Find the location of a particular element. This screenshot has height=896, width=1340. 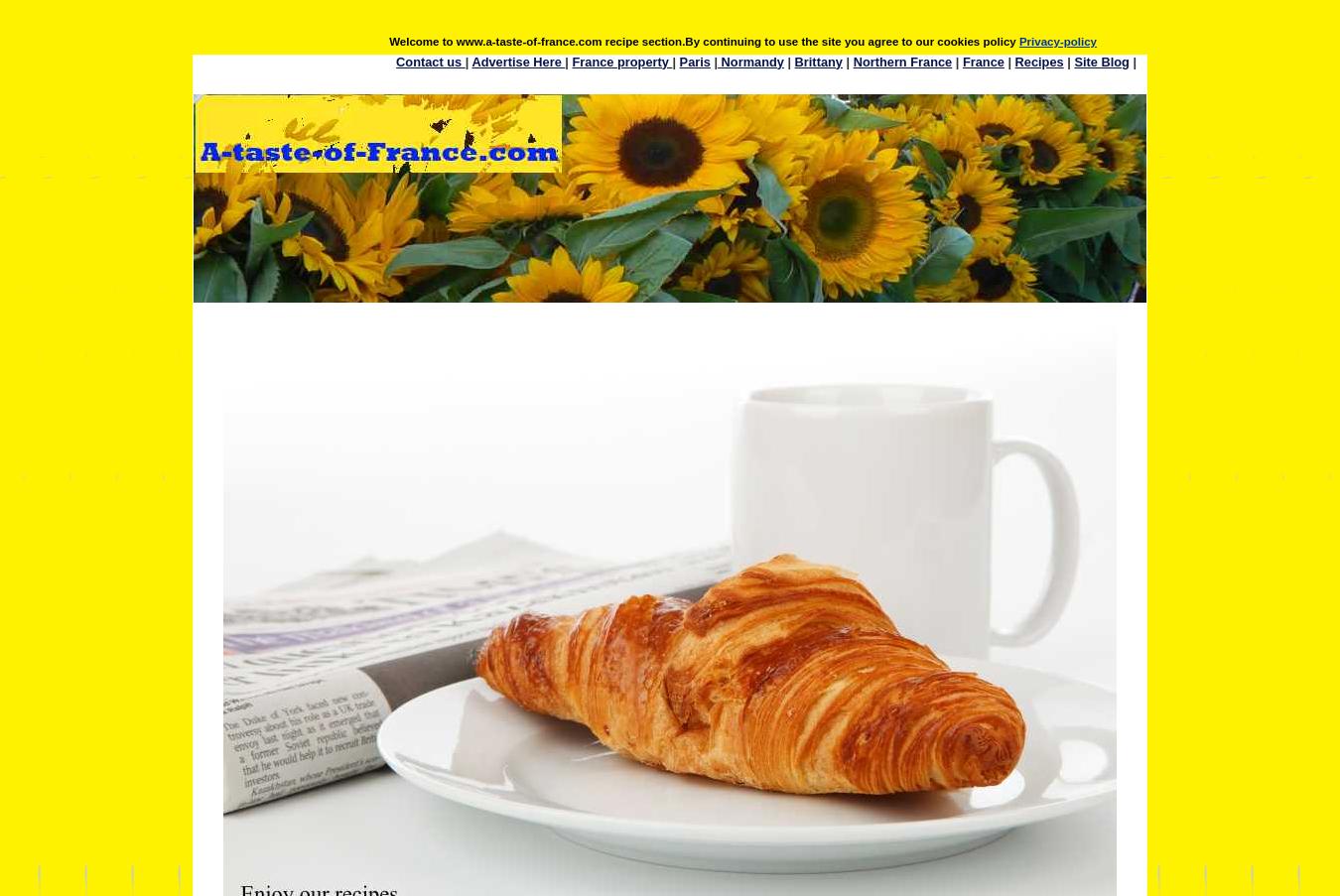

'Recipes' is located at coordinates (1038, 60).